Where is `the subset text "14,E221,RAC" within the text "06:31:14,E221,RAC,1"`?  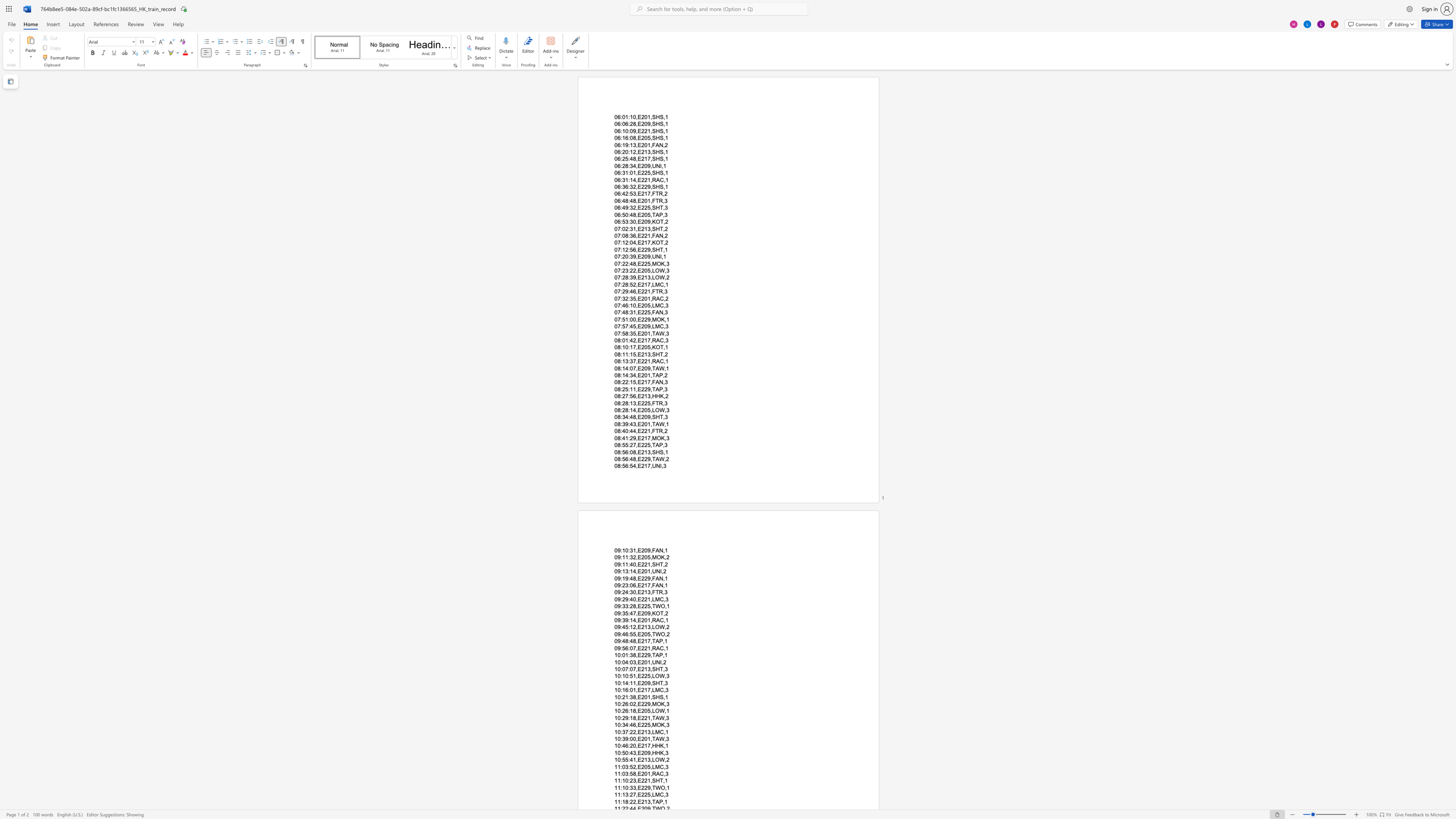 the subset text "14,E221,RAC" within the text "06:31:14,E221,RAC,1" is located at coordinates (630, 179).